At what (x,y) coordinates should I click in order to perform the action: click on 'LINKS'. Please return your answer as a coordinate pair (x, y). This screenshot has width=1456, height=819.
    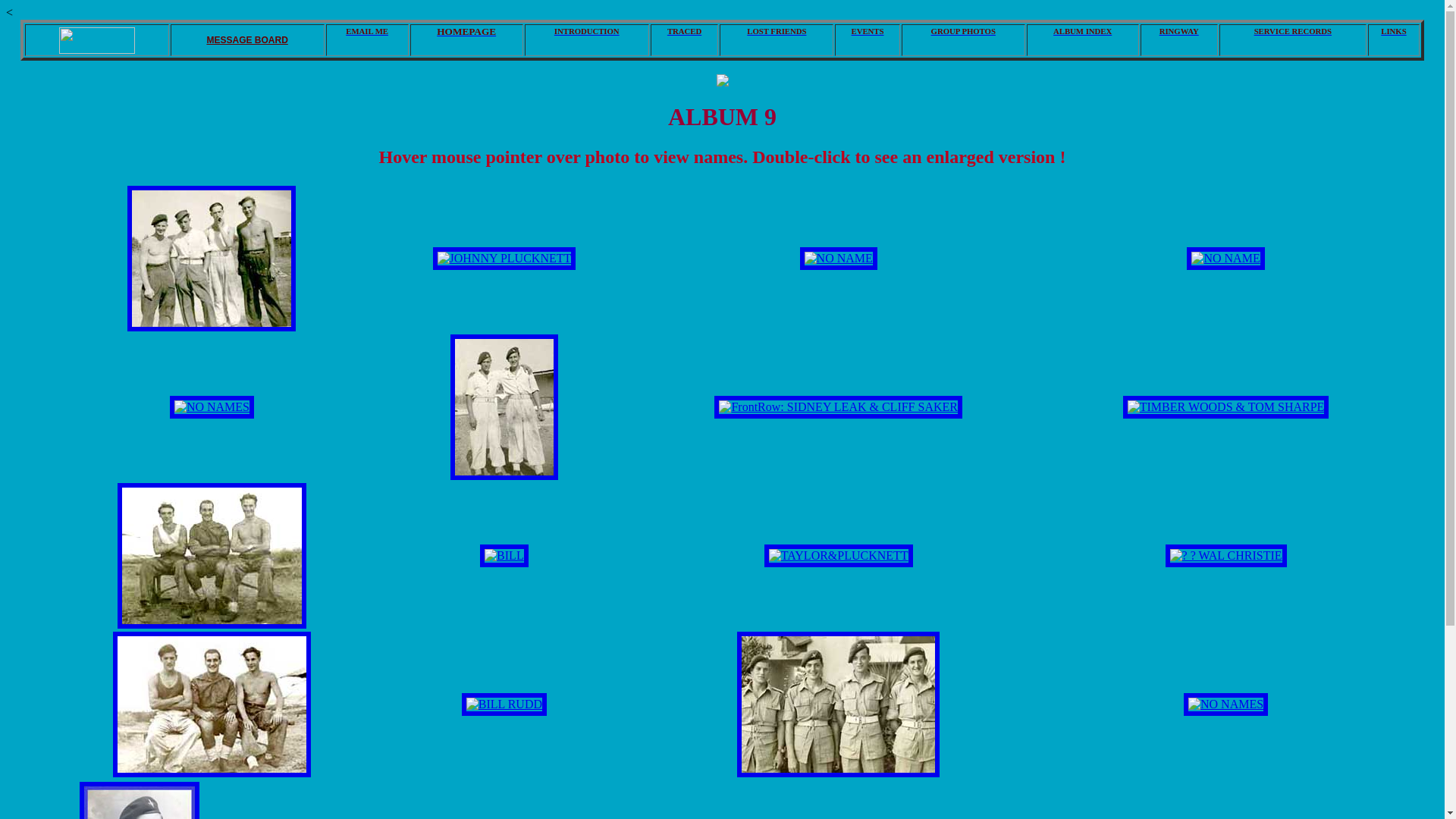
    Looking at the image, I should click on (1393, 31).